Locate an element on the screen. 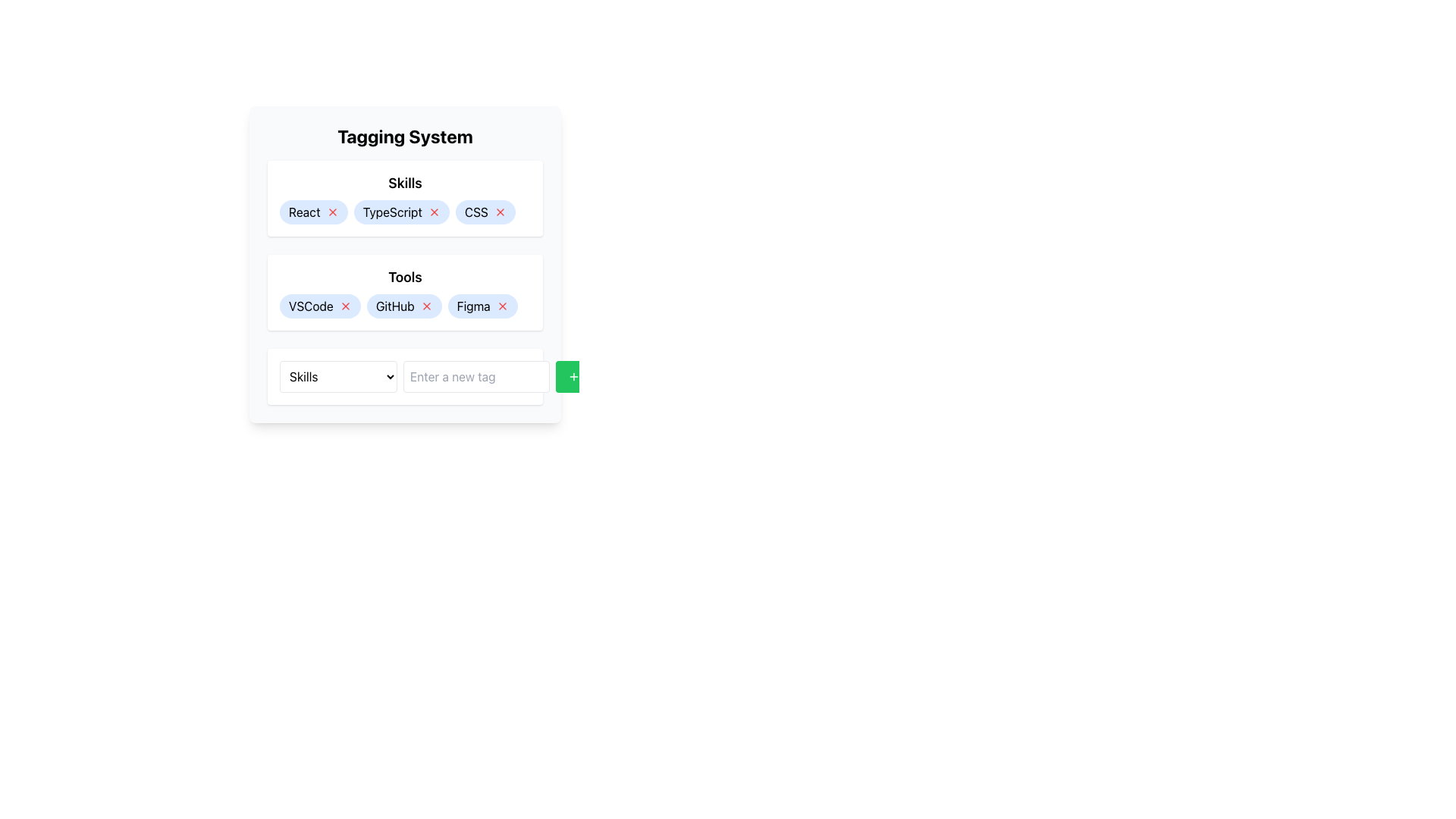 The image size is (1456, 819). the 'X' button on the 'React' tag located in the 'Skills' section is located at coordinates (312, 212).